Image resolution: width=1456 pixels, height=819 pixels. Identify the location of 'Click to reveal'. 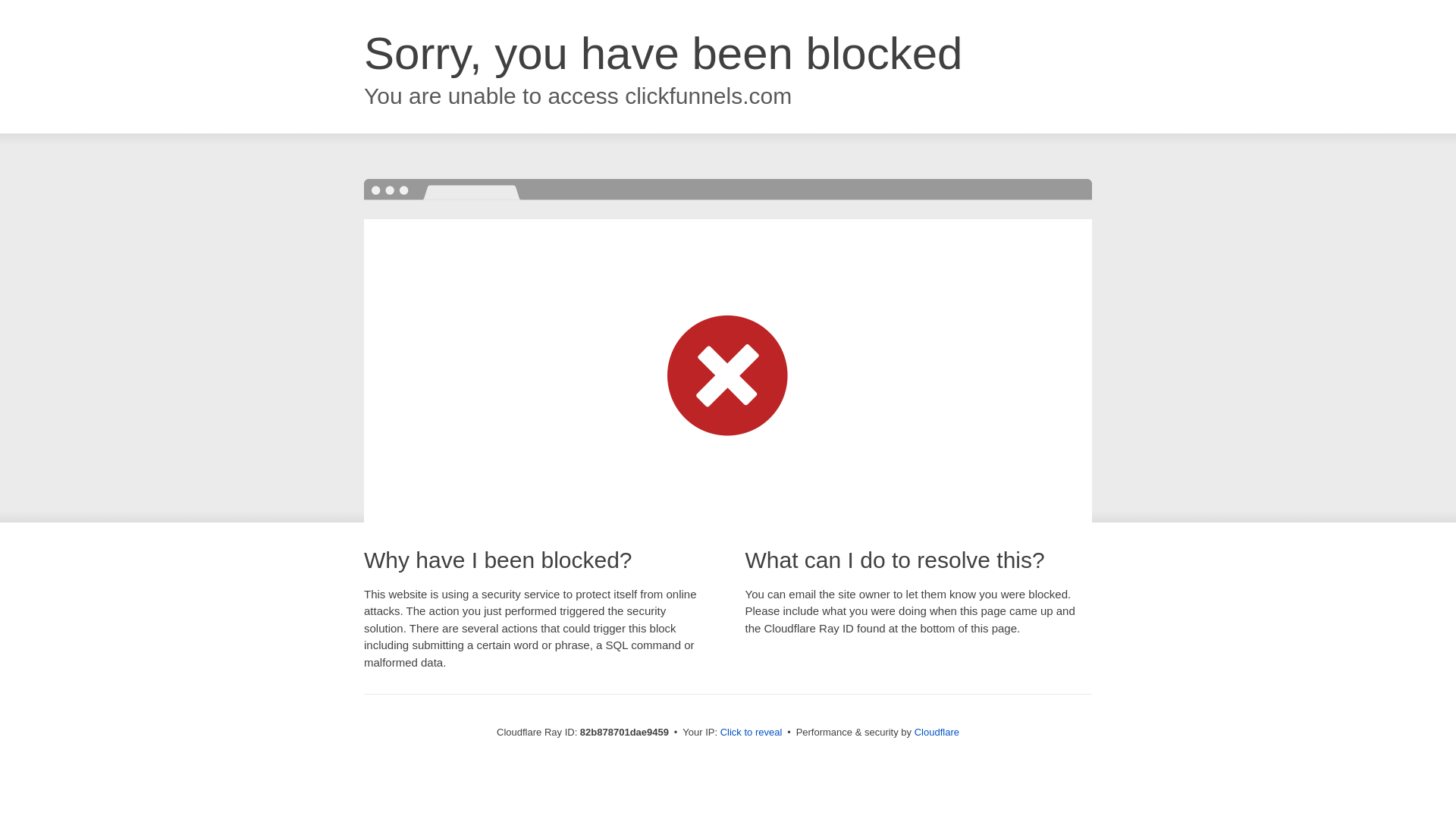
(751, 731).